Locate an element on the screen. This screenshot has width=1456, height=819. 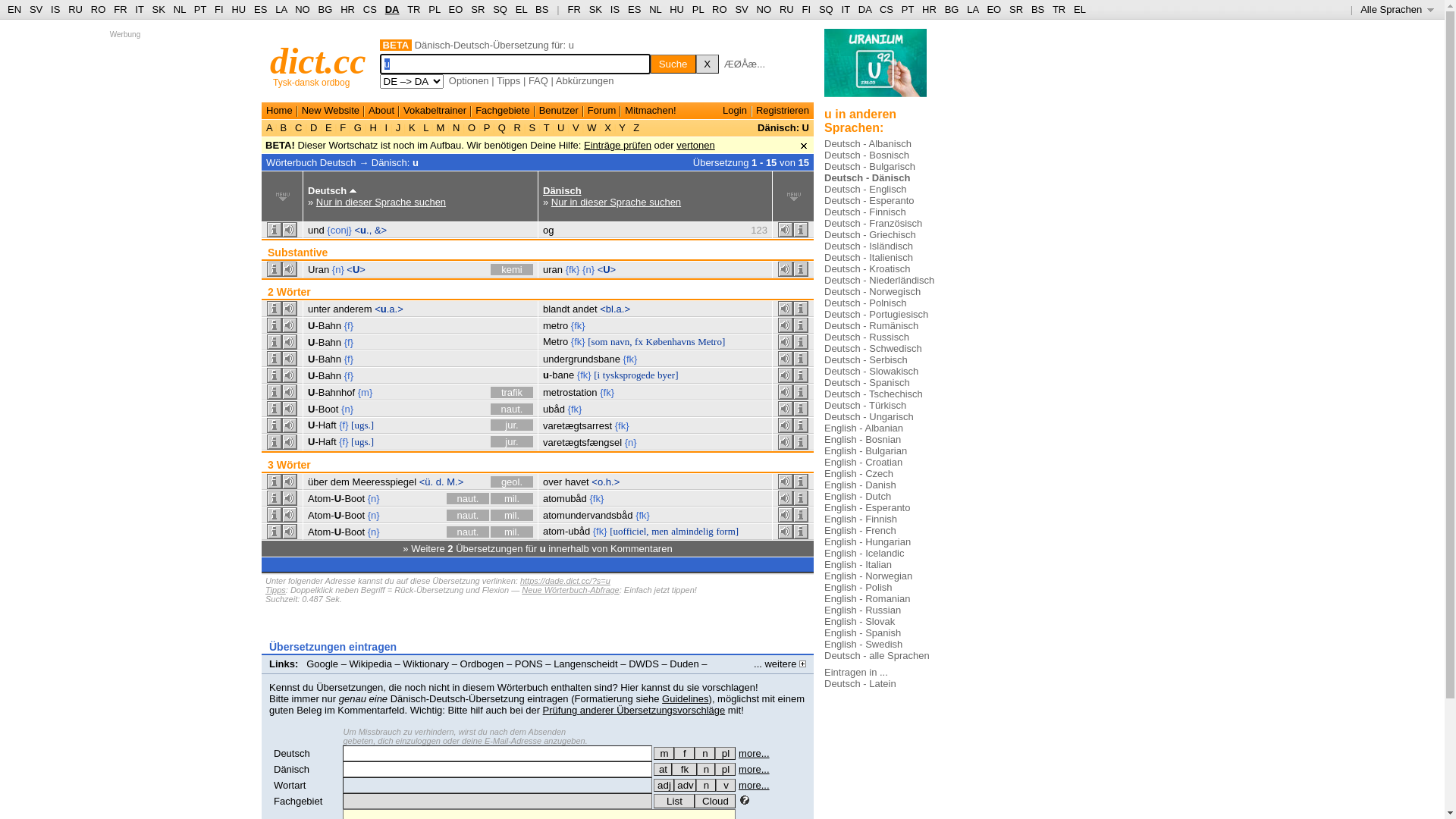
'at' is located at coordinates (662, 769).